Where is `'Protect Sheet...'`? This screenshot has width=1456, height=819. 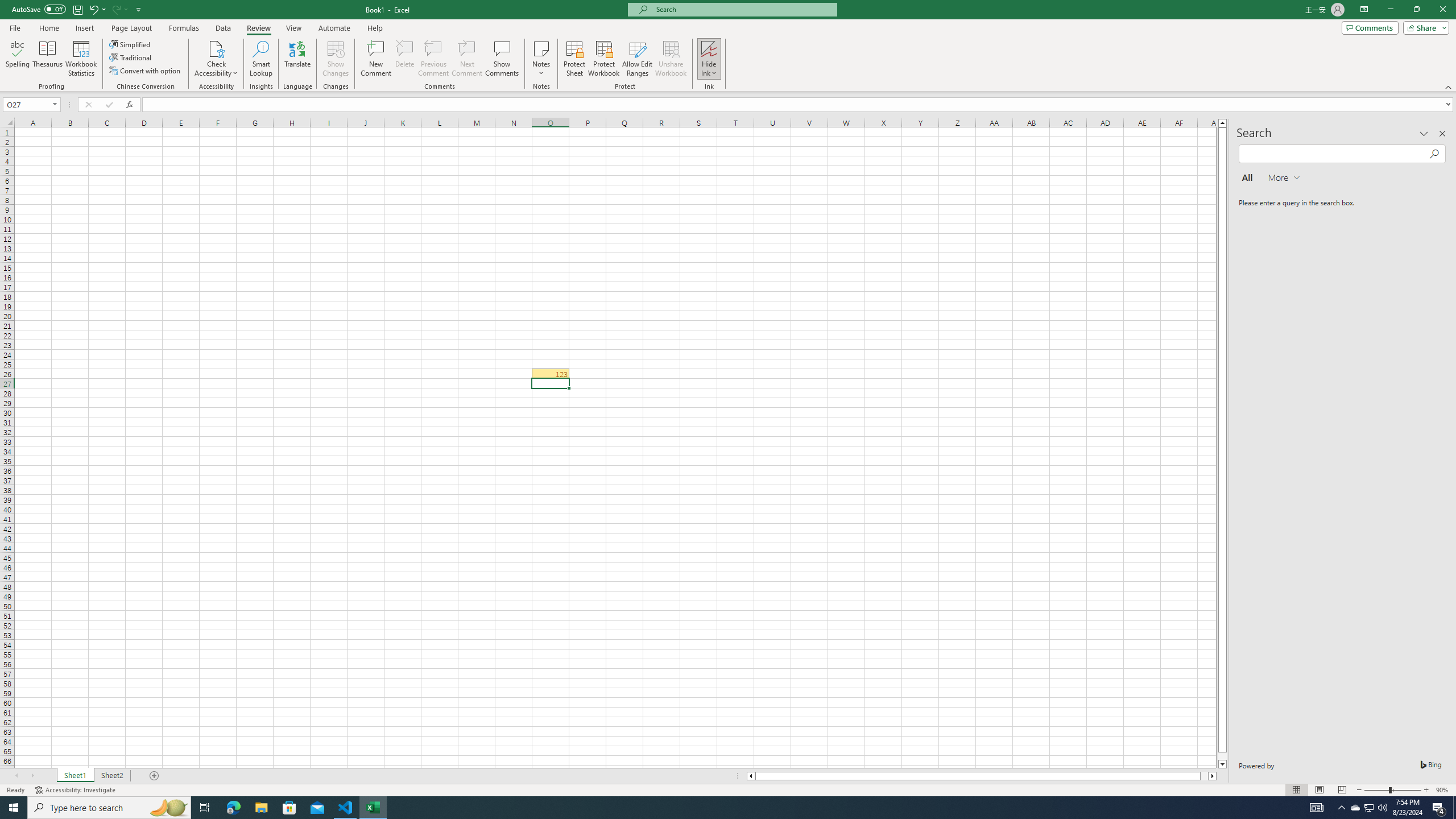
'Protect Sheet...' is located at coordinates (573, 59).